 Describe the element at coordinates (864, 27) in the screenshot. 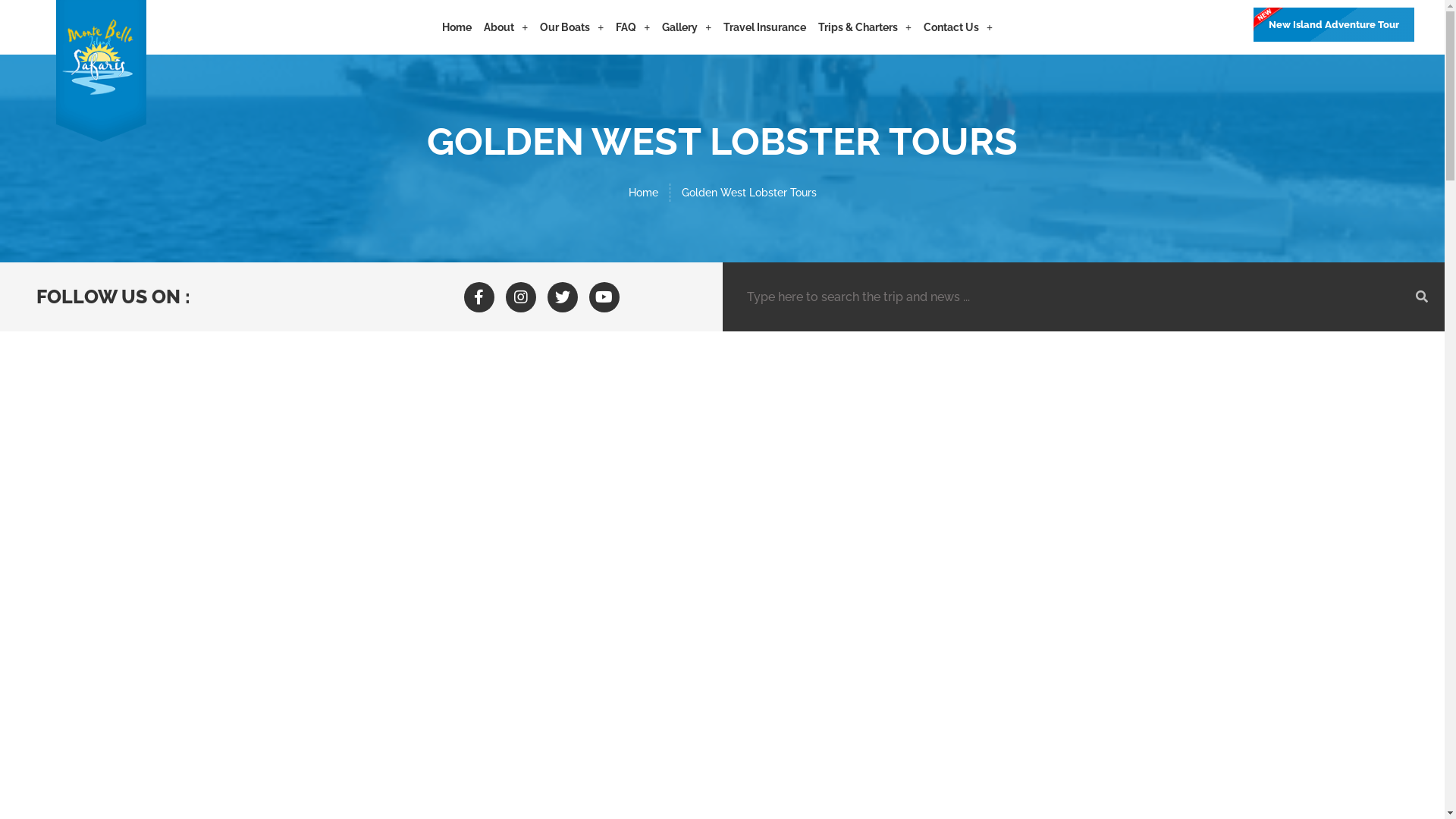

I see `'Trips & Charters'` at that location.